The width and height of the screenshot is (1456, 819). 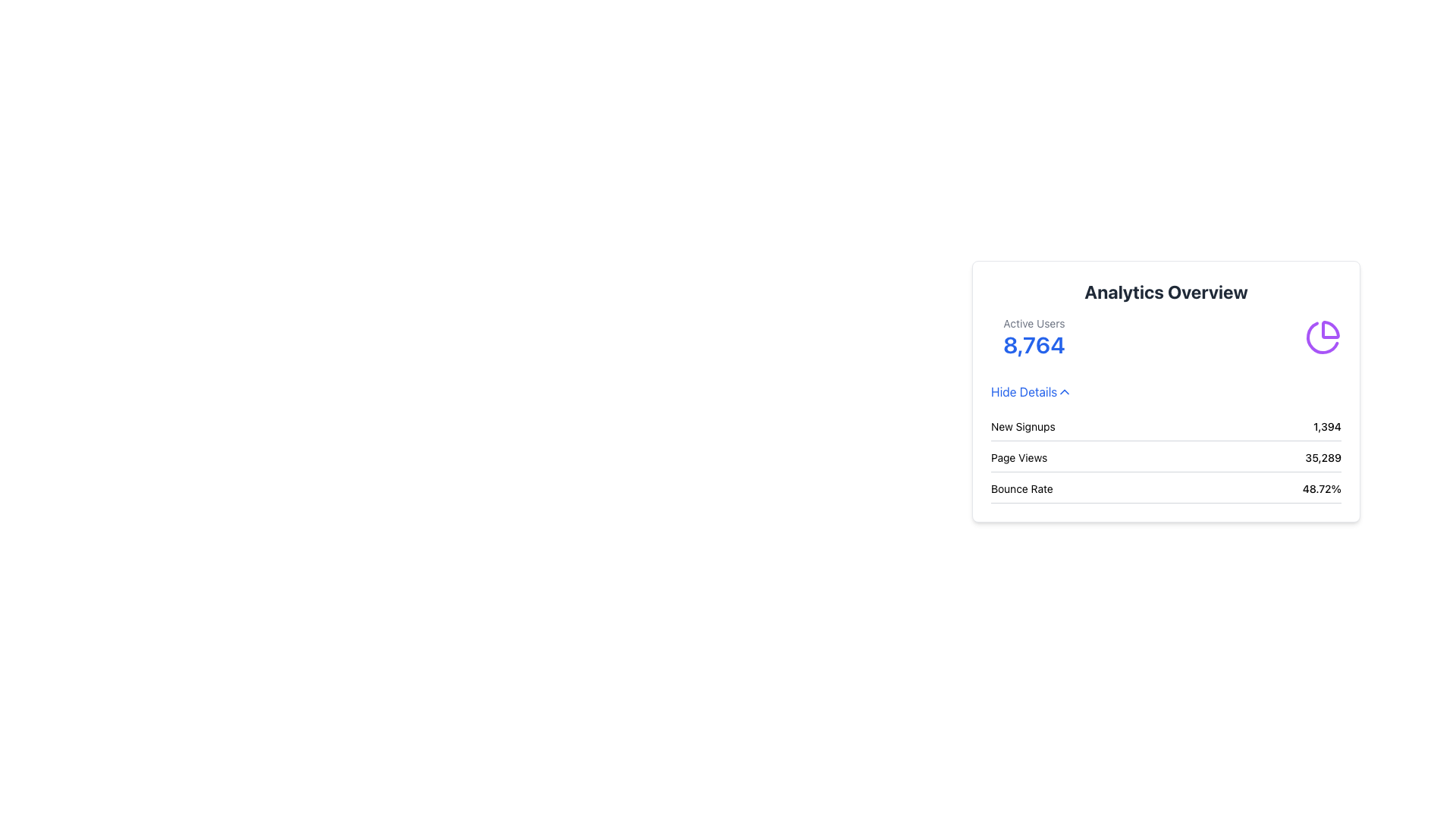 I want to click on the upward-pointing chevron icon with a thin blue outline, located immediately to the right of the 'Hide Details' text in the 'Analytics Overview' card for additional visual feedback, so click(x=1064, y=391).